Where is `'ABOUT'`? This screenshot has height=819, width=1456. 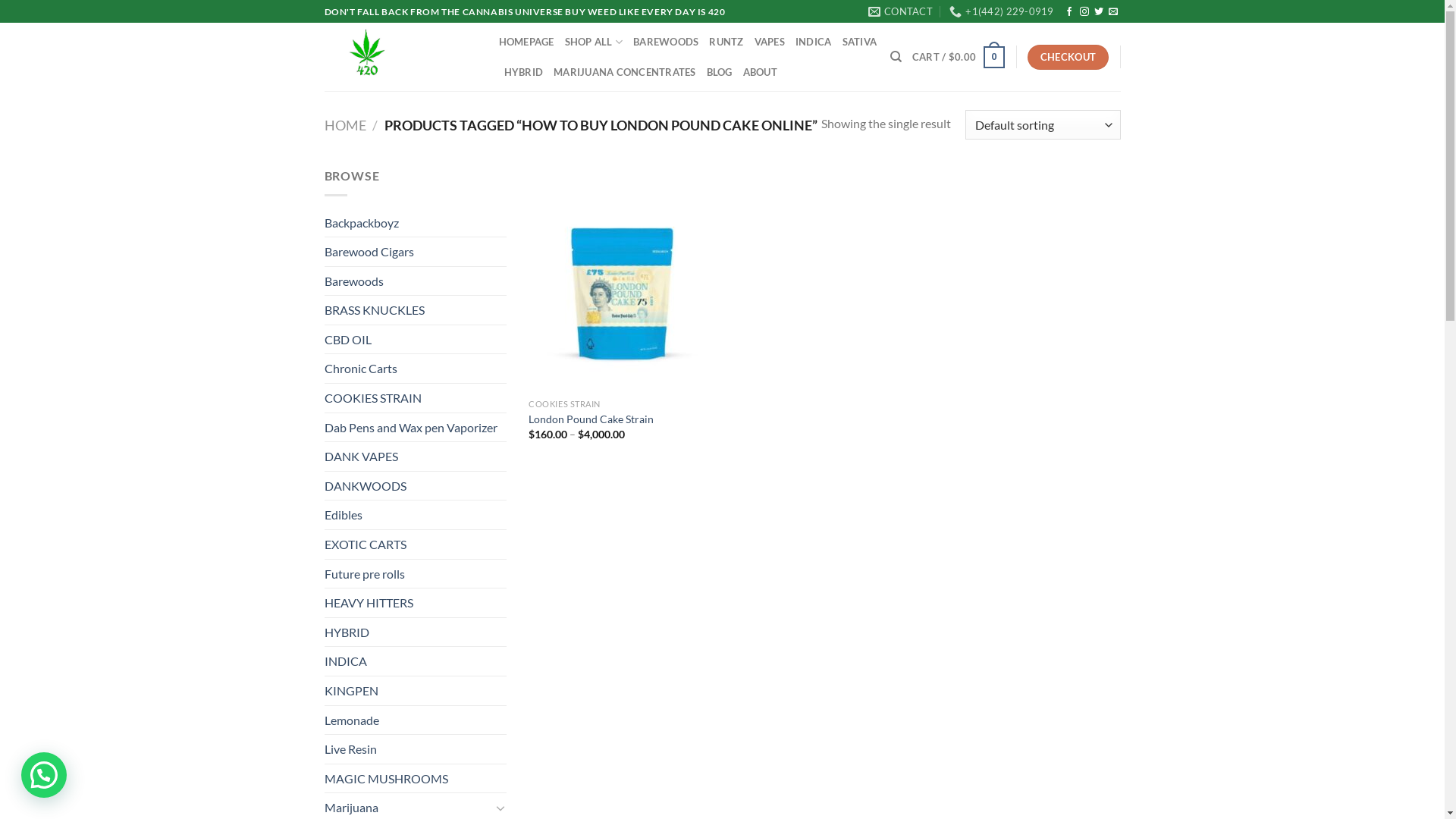 'ABOUT' is located at coordinates (760, 72).